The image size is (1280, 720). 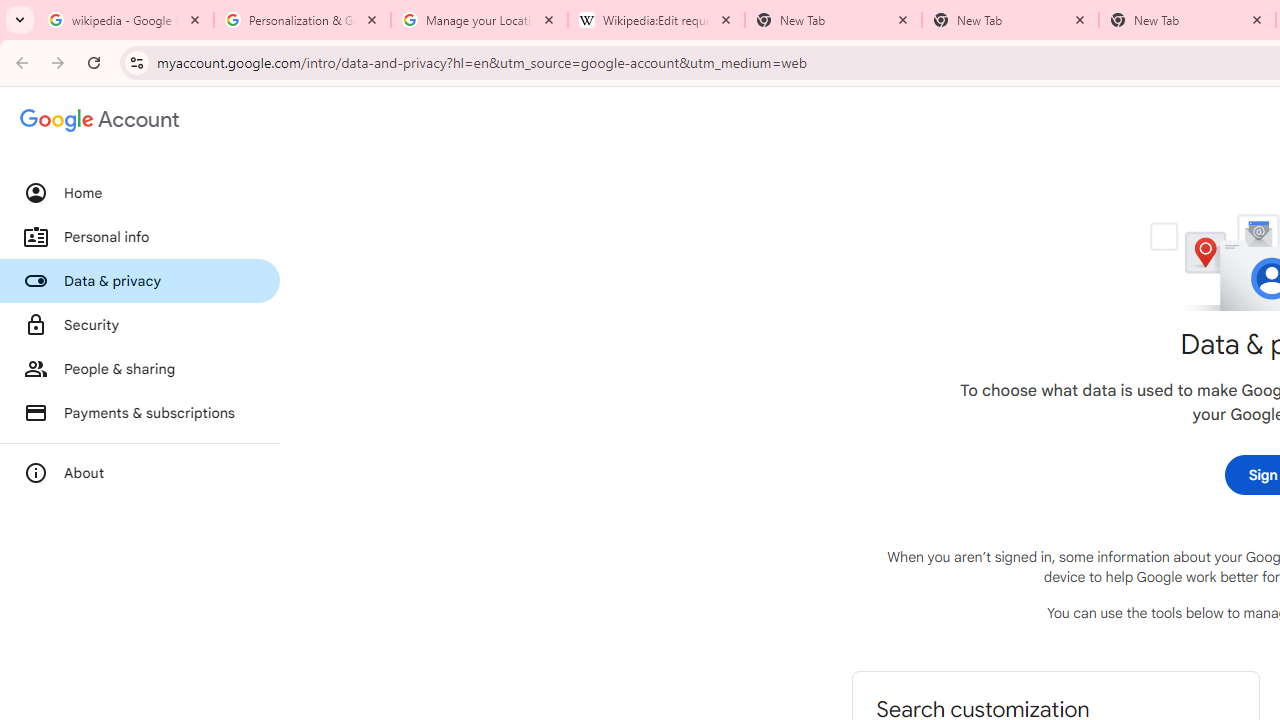 What do you see at coordinates (99, 120) in the screenshot?
I see `'Google Account settings'` at bounding box center [99, 120].